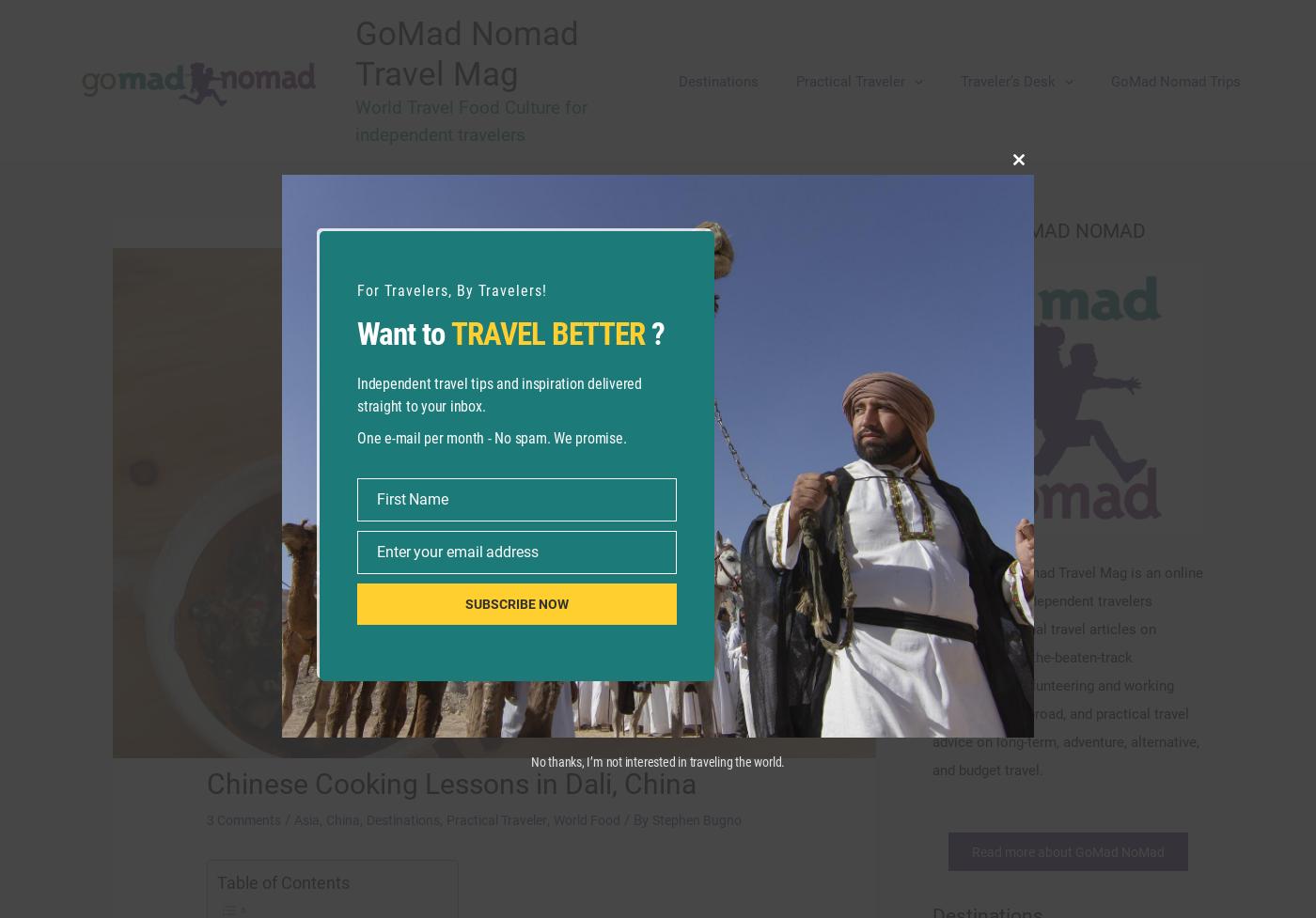 The height and width of the screenshot is (918, 1316). What do you see at coordinates (579, 819) in the screenshot?
I see `'World Food'` at bounding box center [579, 819].